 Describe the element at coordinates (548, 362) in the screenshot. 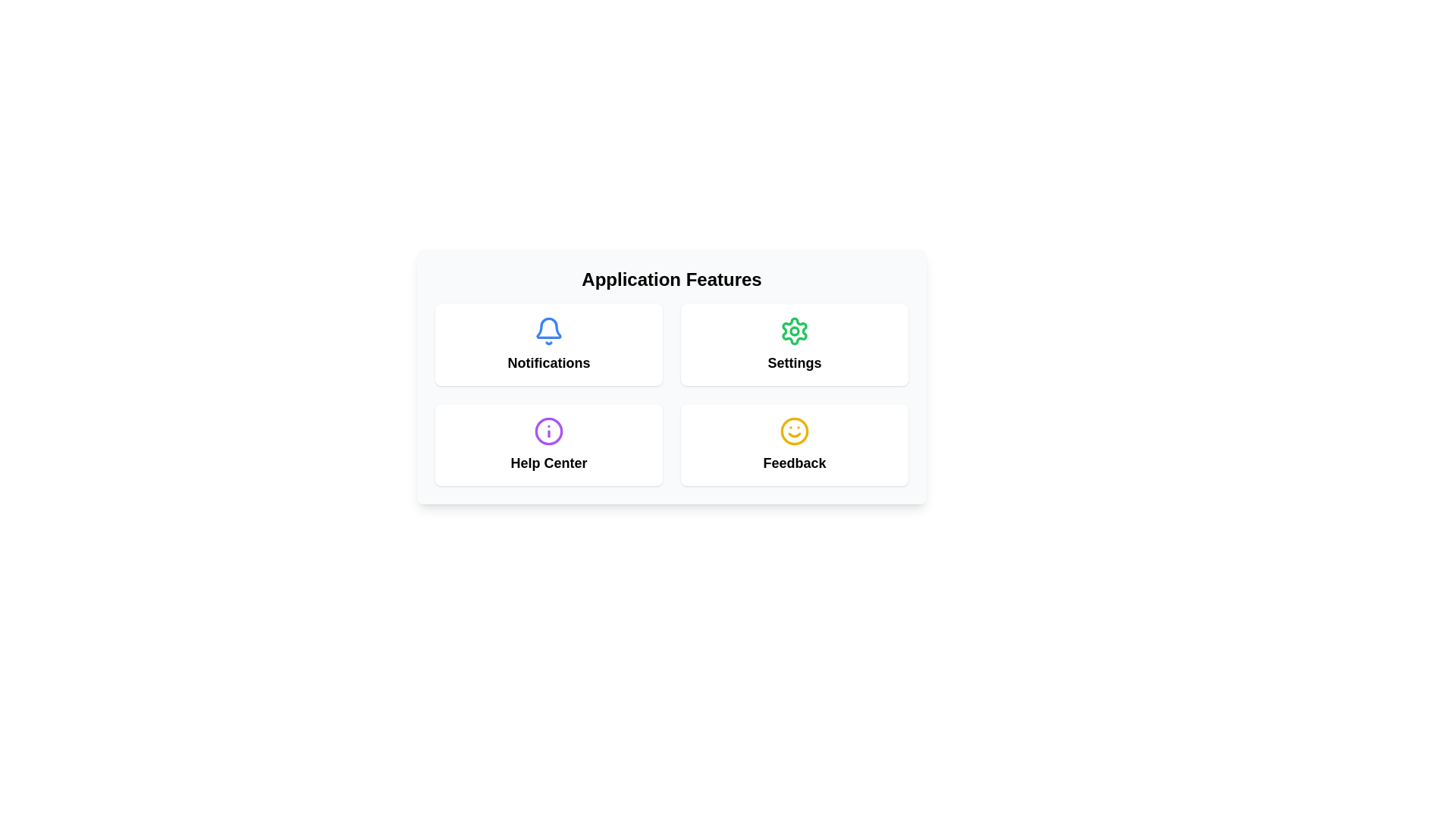

I see `the 'Notifications' text label located below the blue bell icon in the top-left quadrant of the grid layout` at that location.